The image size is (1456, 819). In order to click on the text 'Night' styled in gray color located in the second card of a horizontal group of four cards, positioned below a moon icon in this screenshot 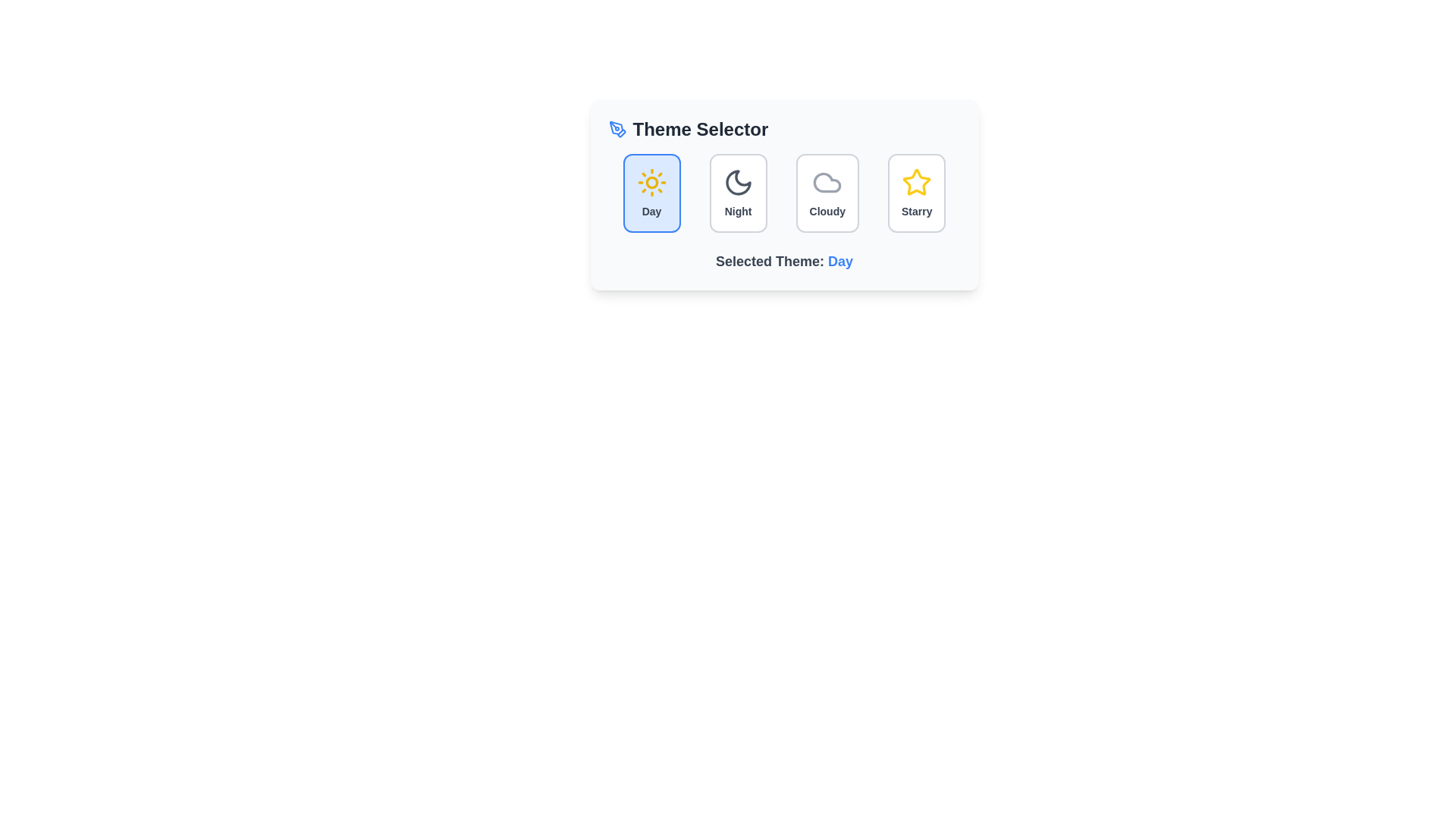, I will do `click(738, 211)`.